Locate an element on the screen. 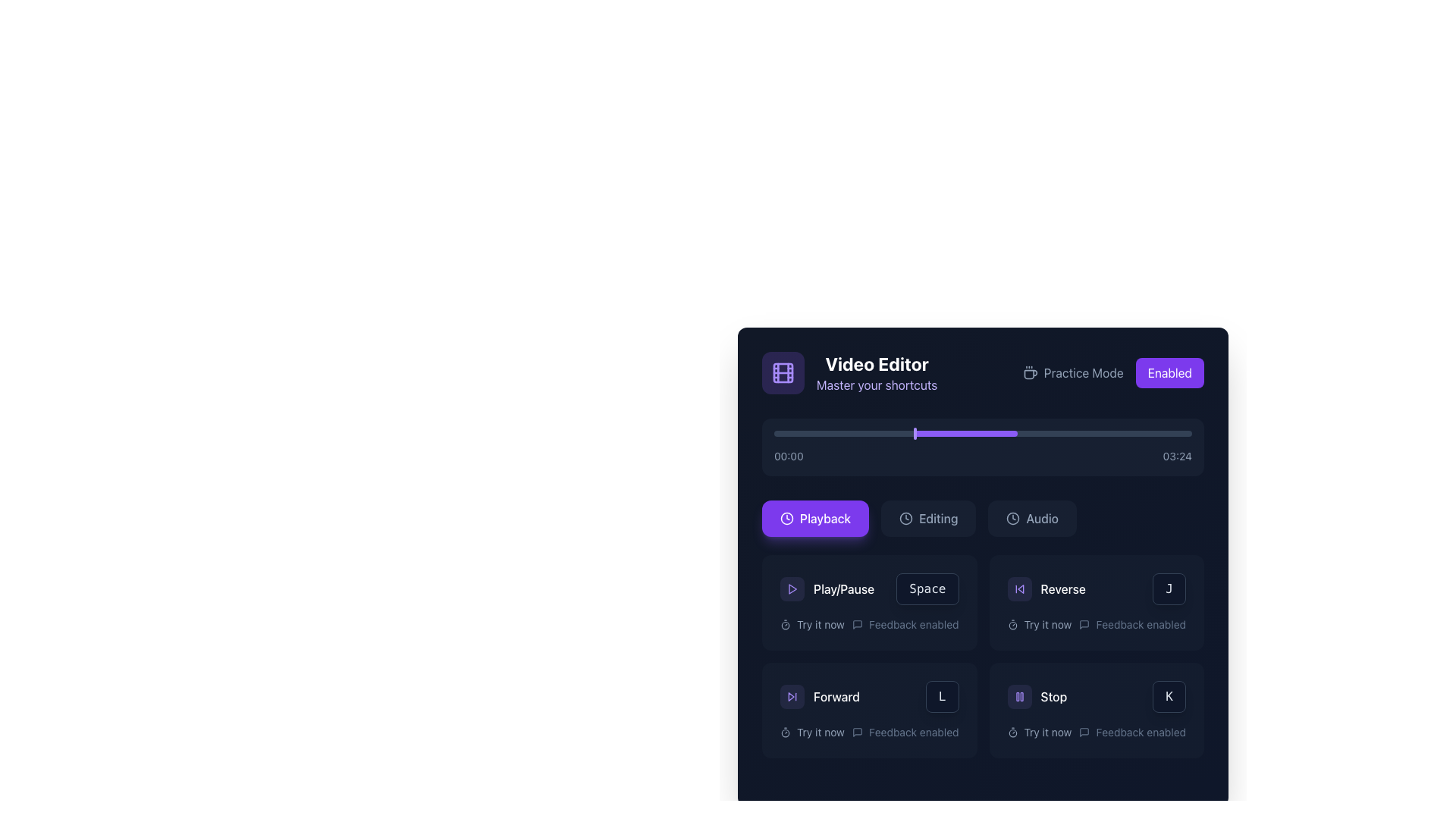 Image resolution: width=1456 pixels, height=819 pixels. the static text label displaying 'Feedback enabled', which is styled in light, slate-gray color and located in the bottom right of a tile within the main content area, right next to a chat bubble icon is located at coordinates (1141, 731).